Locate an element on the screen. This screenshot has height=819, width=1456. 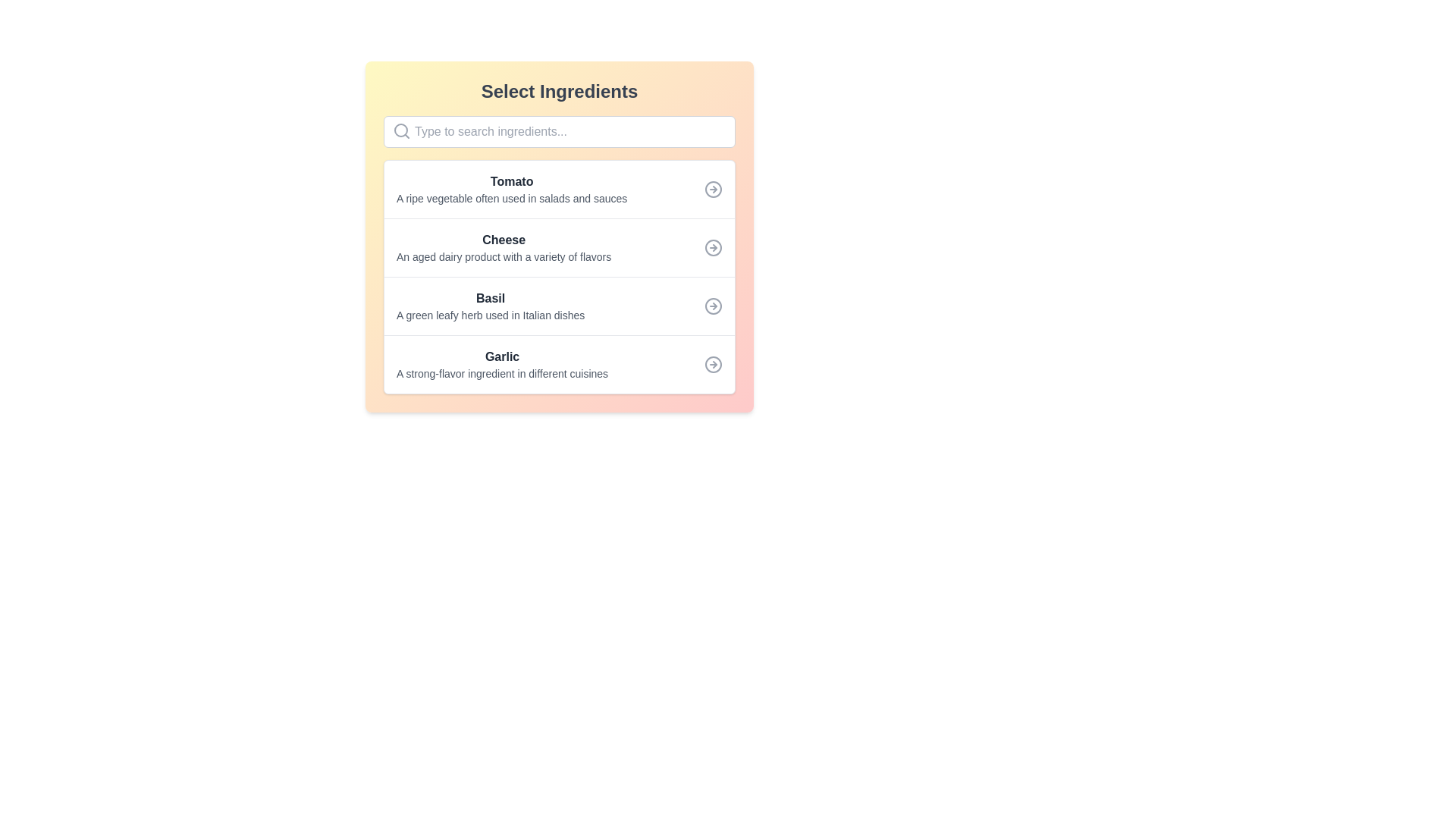
the 'Cheese' ingredient label, which is the second entry in the vertical list of ingredients, positioned between 'Tomato' and 'Basil' is located at coordinates (504, 239).